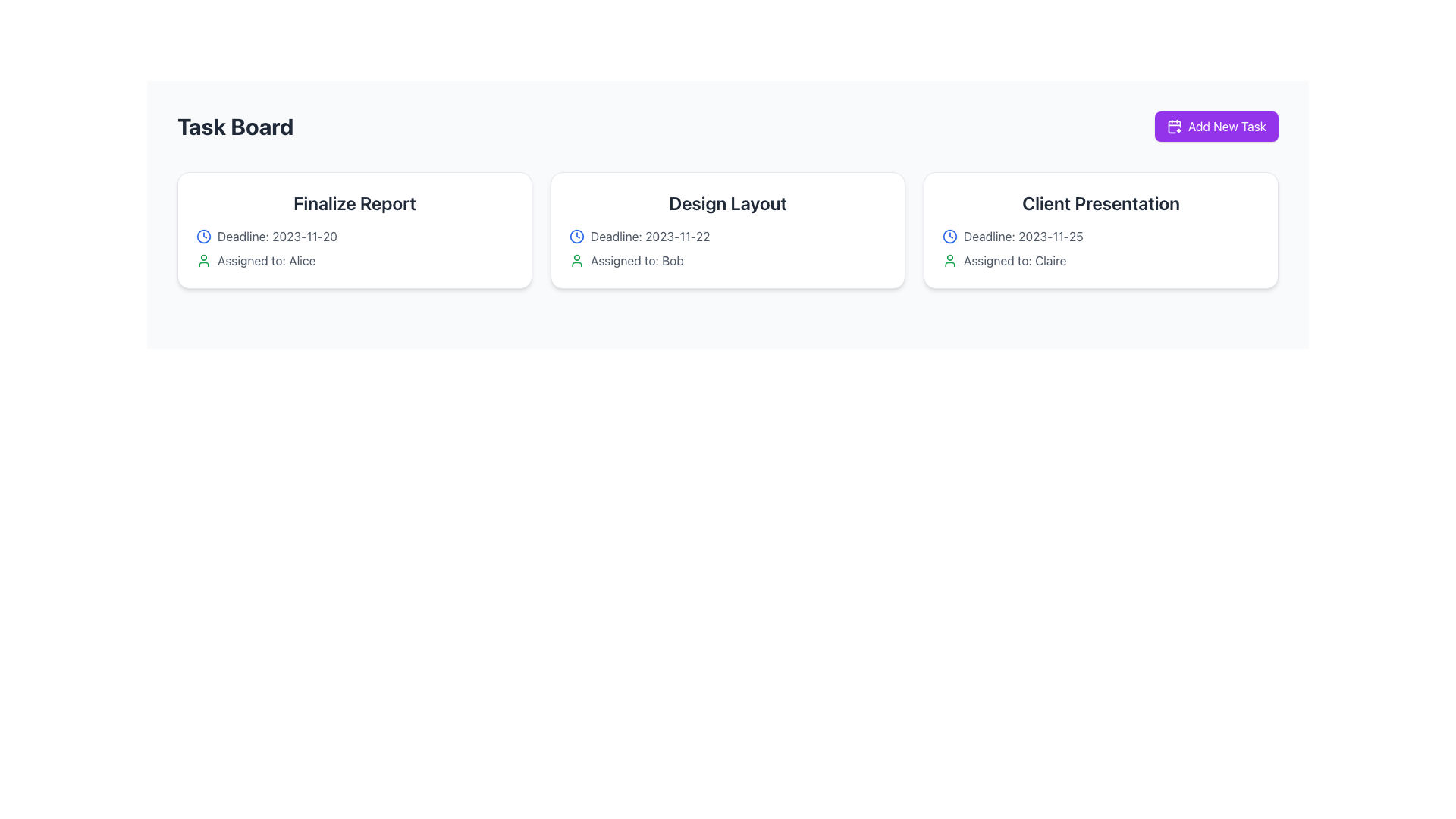  Describe the element at coordinates (1100, 202) in the screenshot. I see `text from the title label of the card titled 'Client Presentation', located at the top right of the card` at that location.